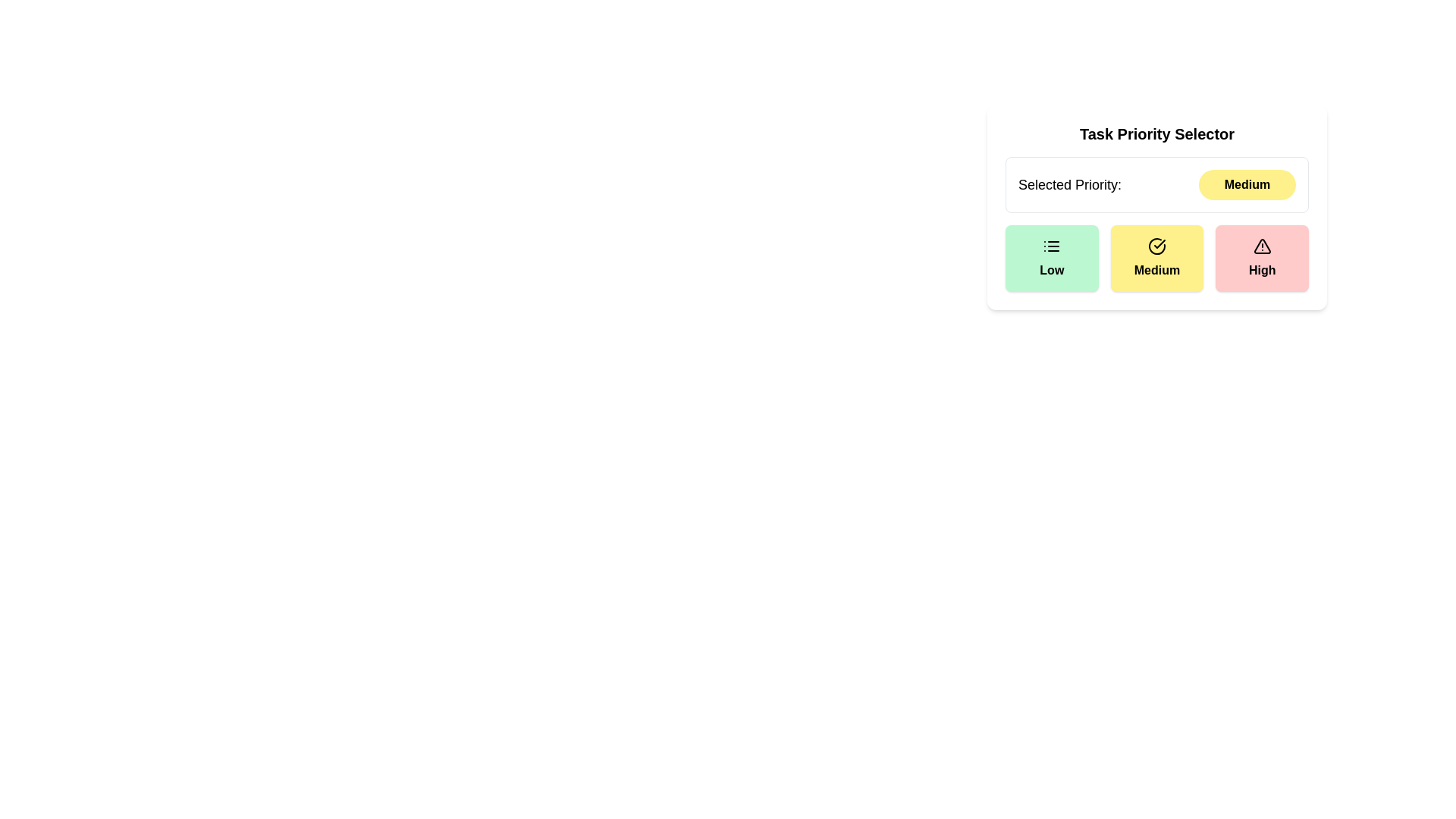 This screenshot has width=1456, height=819. What do you see at coordinates (1263, 257) in the screenshot?
I see `the priority level High by clicking on the corresponding button` at bounding box center [1263, 257].